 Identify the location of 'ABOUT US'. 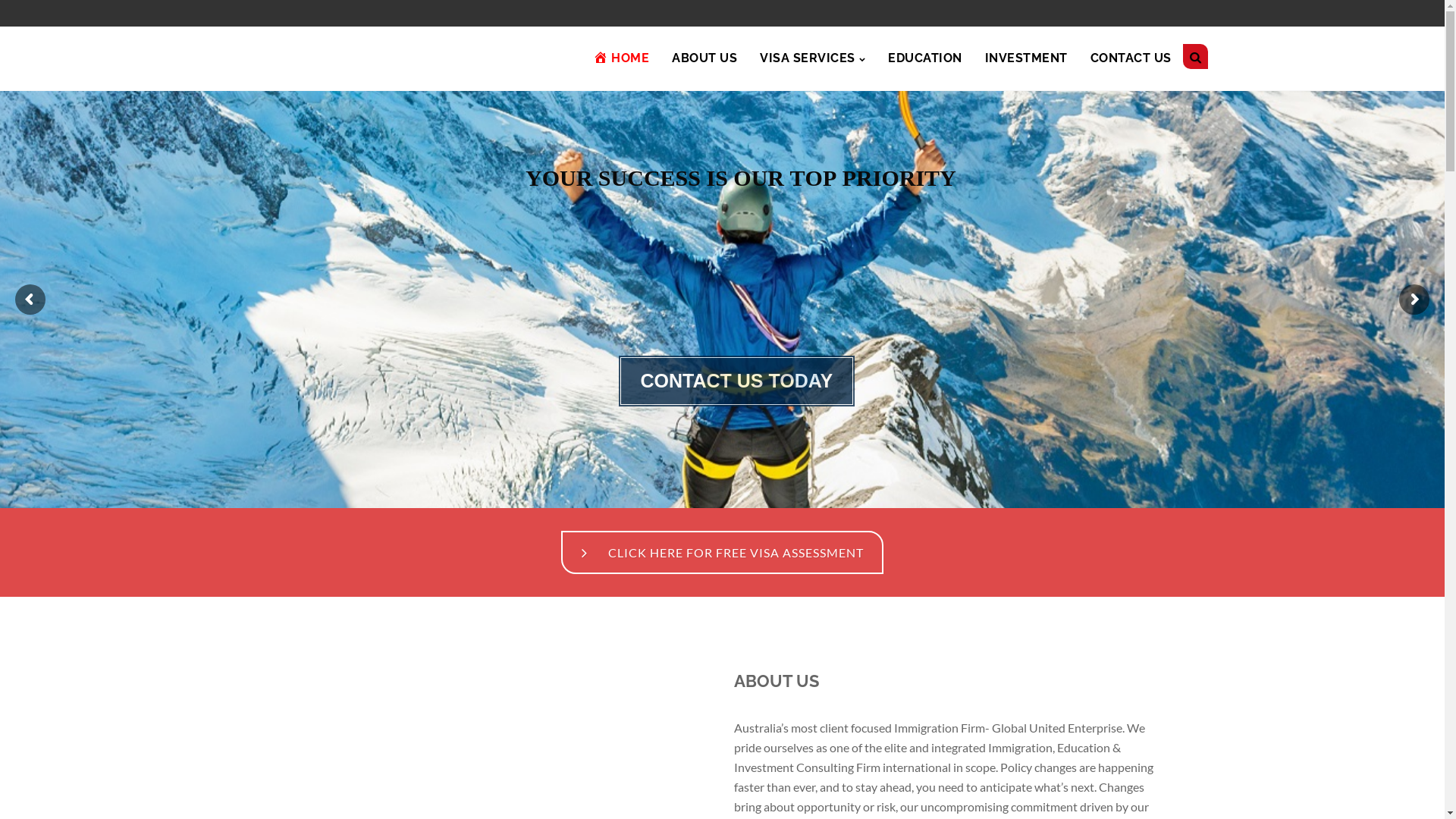
(704, 58).